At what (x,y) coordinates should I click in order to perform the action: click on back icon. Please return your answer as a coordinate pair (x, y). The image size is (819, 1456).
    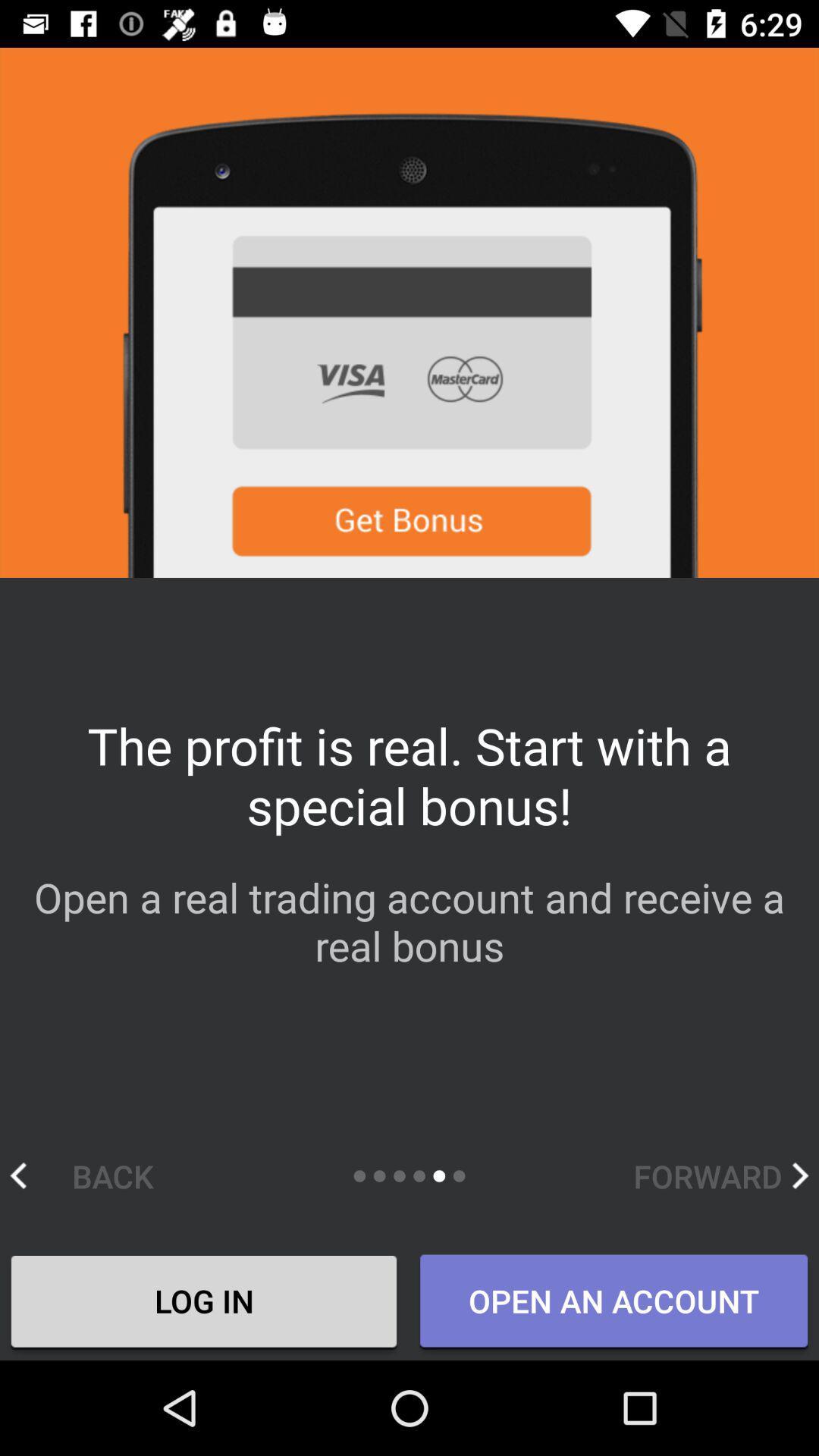
    Looking at the image, I should click on (97, 1175).